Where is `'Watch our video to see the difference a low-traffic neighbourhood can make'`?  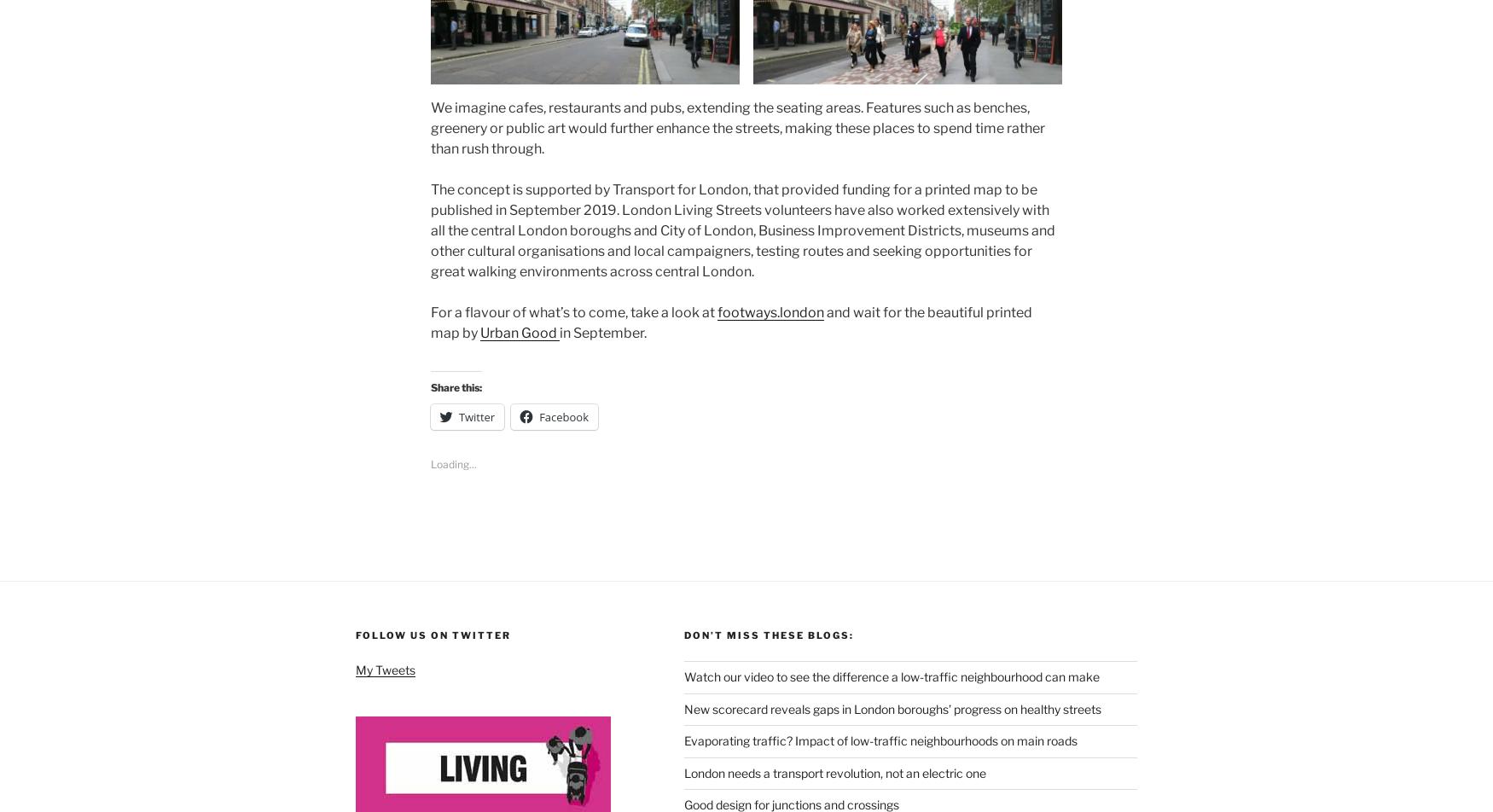
'Watch our video to see the difference a low-traffic neighbourhood can make' is located at coordinates (682, 672).